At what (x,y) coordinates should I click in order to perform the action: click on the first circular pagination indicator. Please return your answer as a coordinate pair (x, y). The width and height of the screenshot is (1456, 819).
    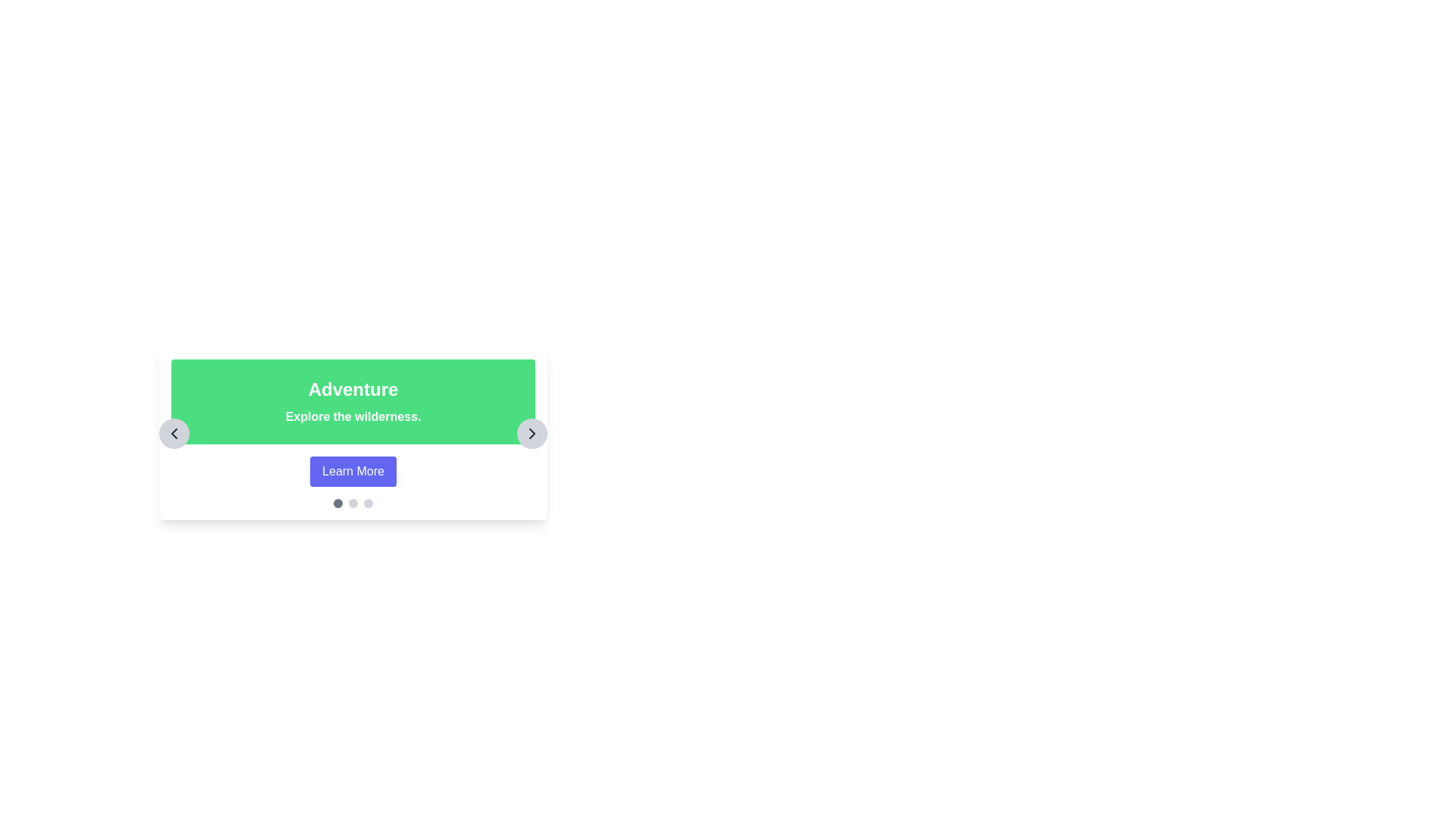
    Looking at the image, I should click on (337, 503).